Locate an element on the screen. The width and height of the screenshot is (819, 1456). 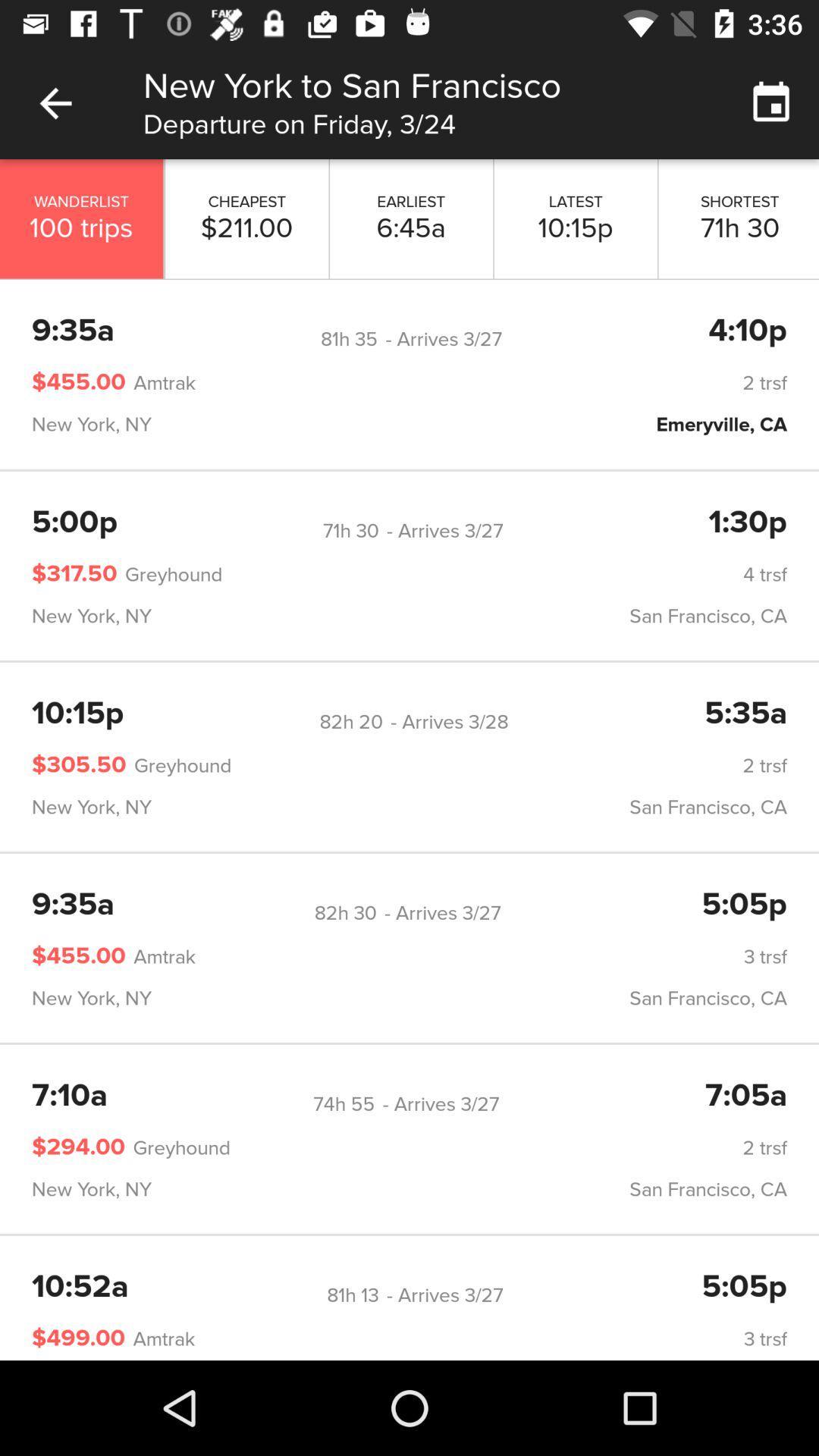
the item above the 2 trsf item is located at coordinates (747, 331).